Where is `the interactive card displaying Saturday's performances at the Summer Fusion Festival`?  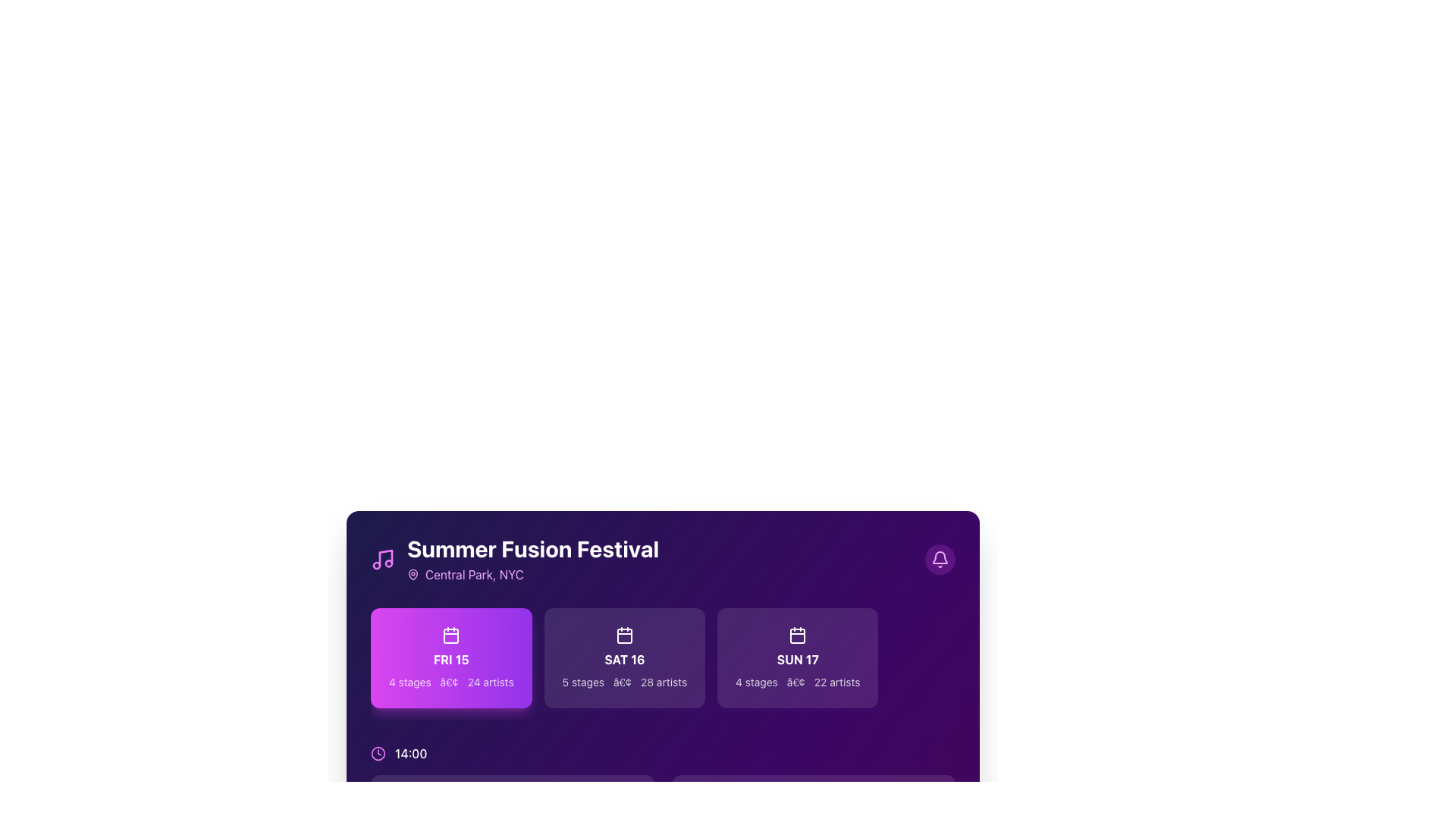 the interactive card displaying Saturday's performances at the Summer Fusion Festival is located at coordinates (663, 663).